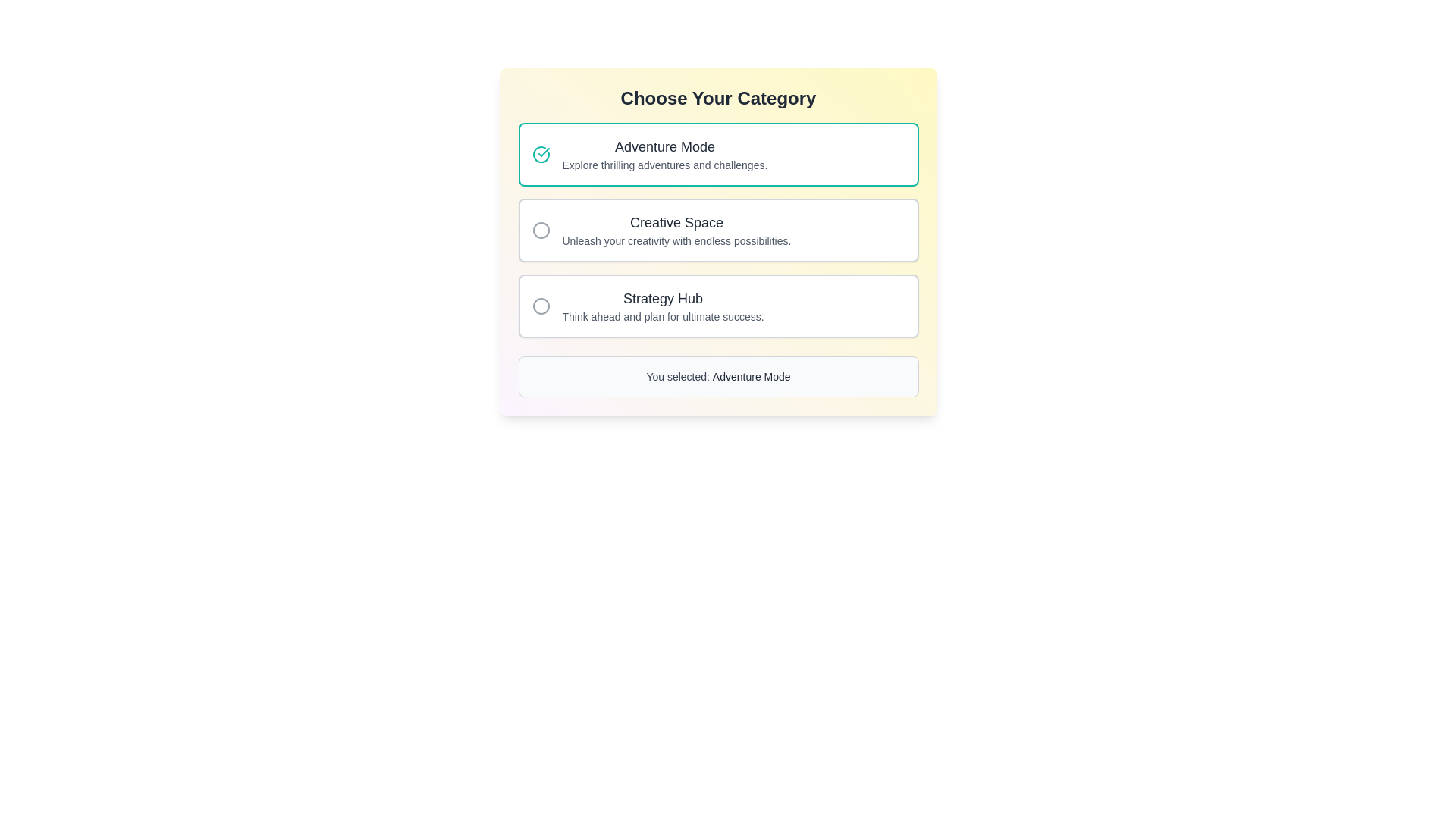 This screenshot has width=1456, height=819. What do you see at coordinates (664, 165) in the screenshot?
I see `the descriptive text element located beneath the 'Adventure Mode' title in the bordered option box under 'Choose Your Category'` at bounding box center [664, 165].